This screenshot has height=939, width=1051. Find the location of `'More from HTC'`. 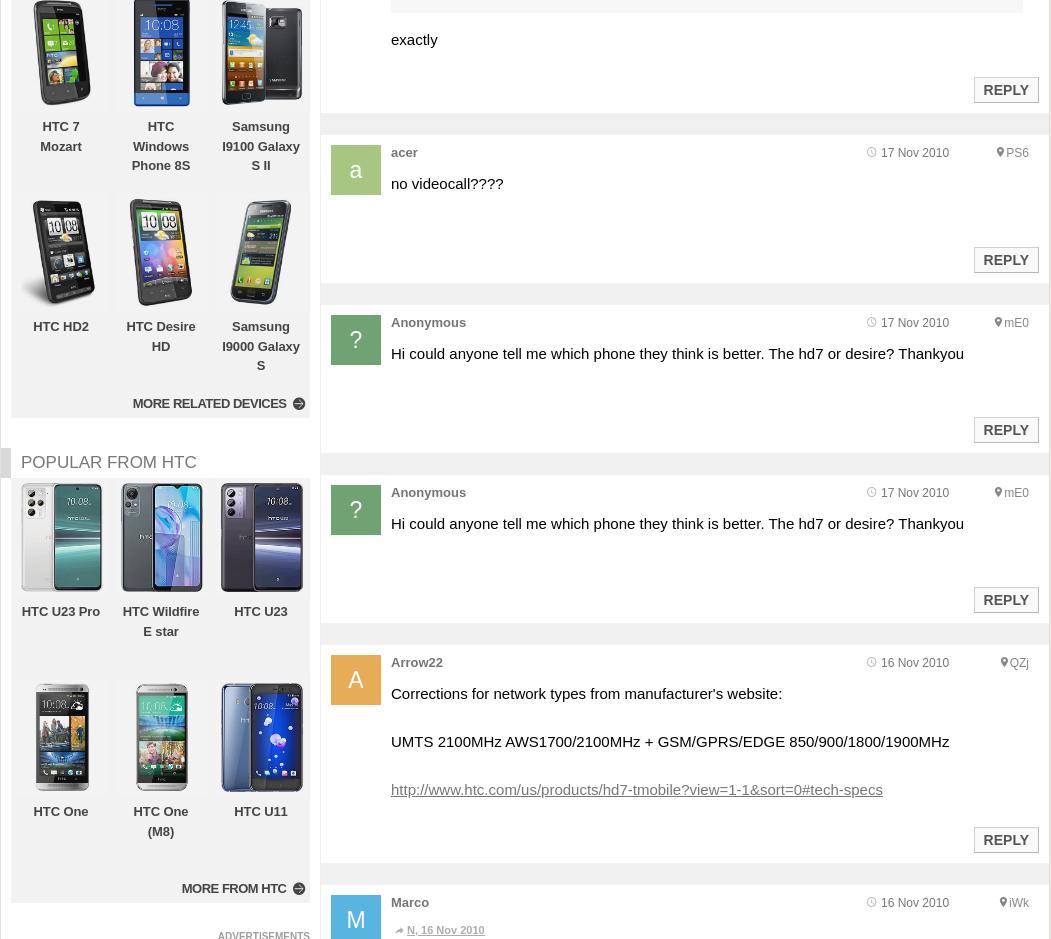

'More from HTC' is located at coordinates (180, 887).